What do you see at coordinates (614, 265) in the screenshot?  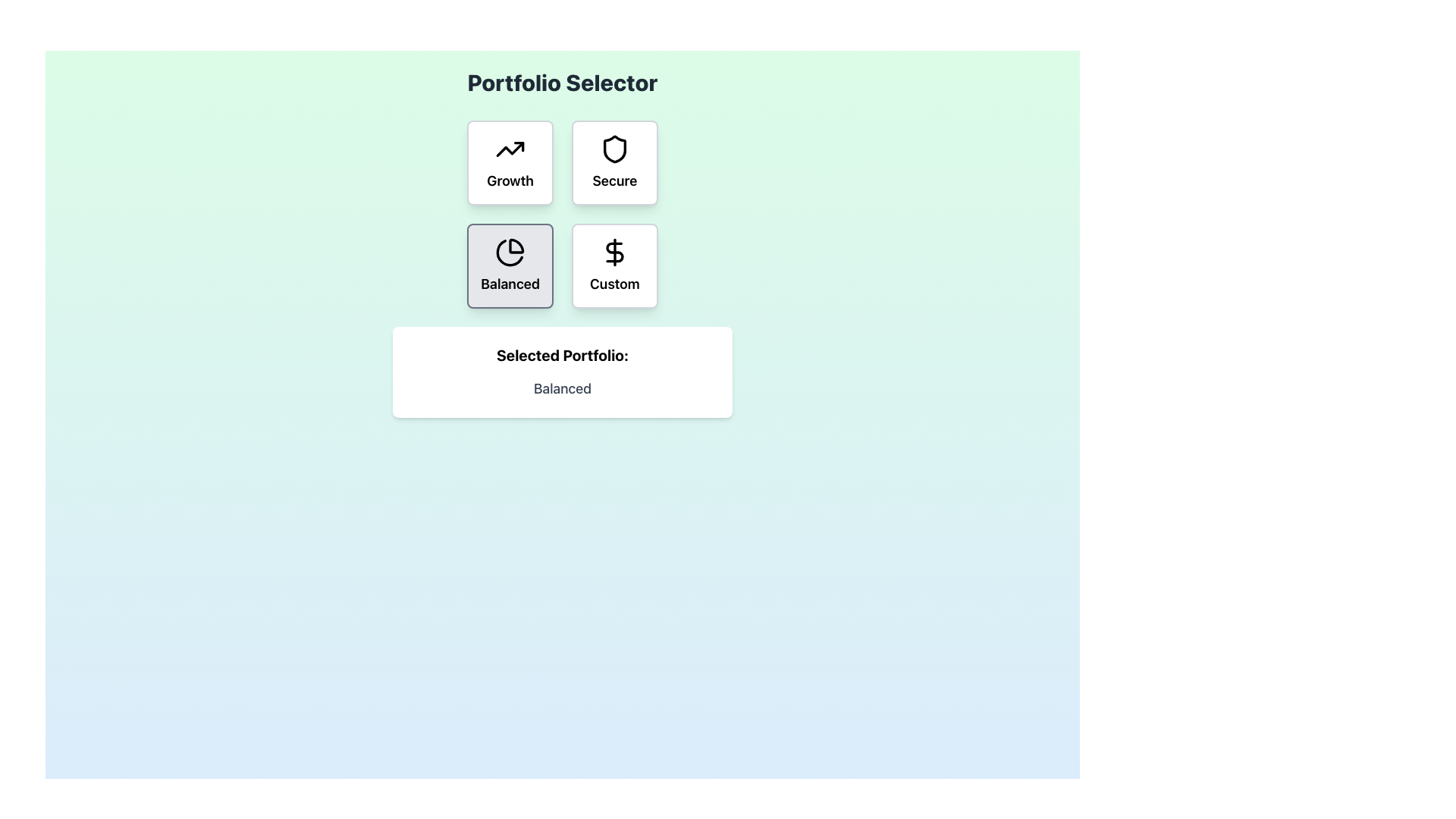 I see `the white rectangular button with rounded corners labeled 'Custom' in the bottom-right corner of the 2x2 grid under 'Portfolio Selector'` at bounding box center [614, 265].